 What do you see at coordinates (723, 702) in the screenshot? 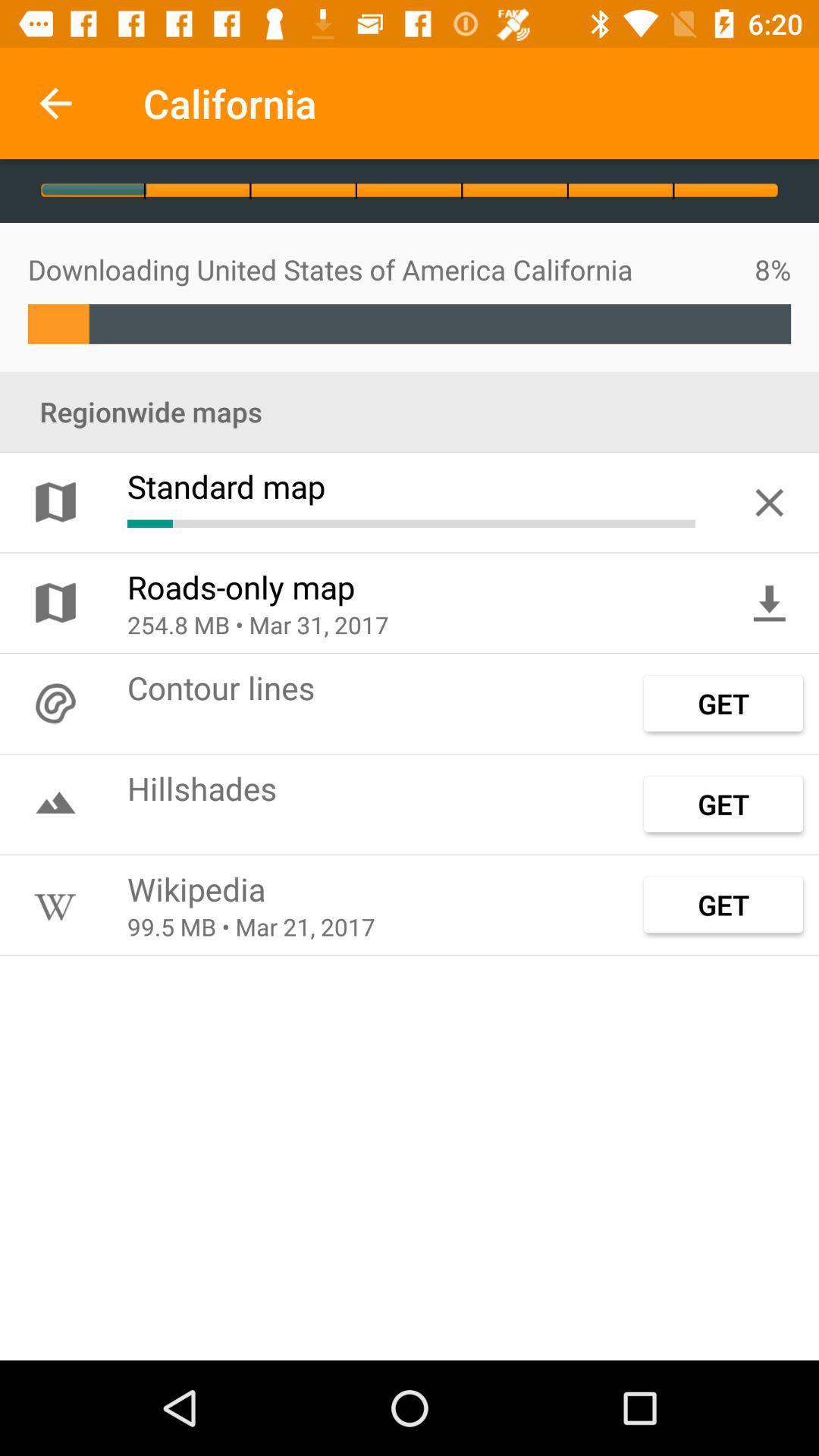
I see `get which is below the downloads symbol` at bounding box center [723, 702].